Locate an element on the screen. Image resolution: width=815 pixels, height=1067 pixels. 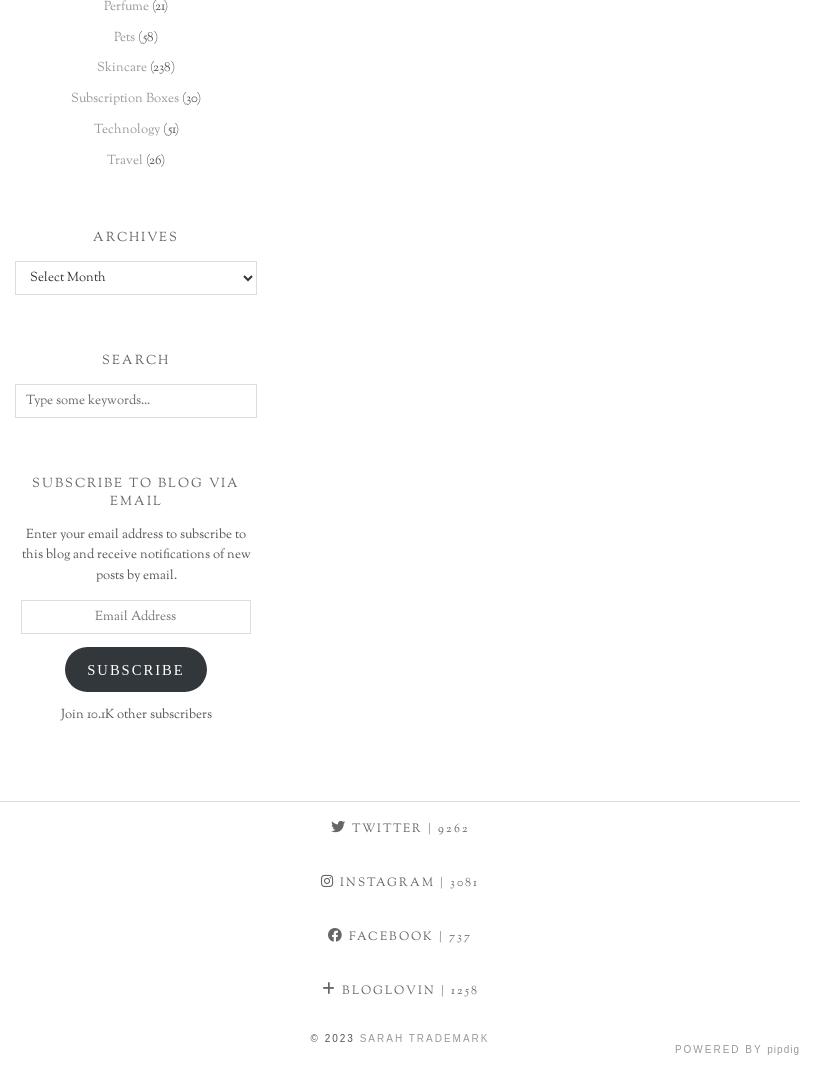
'(30)' is located at coordinates (178, 98).